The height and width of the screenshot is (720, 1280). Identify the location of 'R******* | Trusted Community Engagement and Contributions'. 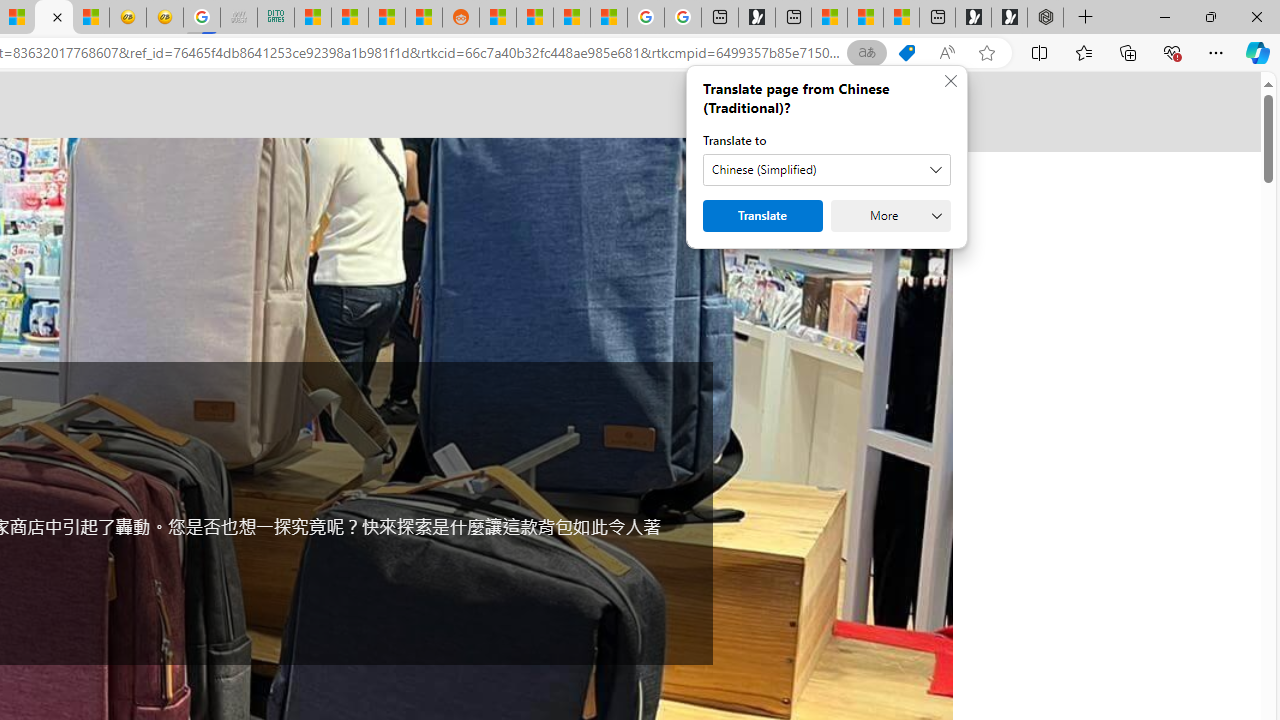
(497, 17).